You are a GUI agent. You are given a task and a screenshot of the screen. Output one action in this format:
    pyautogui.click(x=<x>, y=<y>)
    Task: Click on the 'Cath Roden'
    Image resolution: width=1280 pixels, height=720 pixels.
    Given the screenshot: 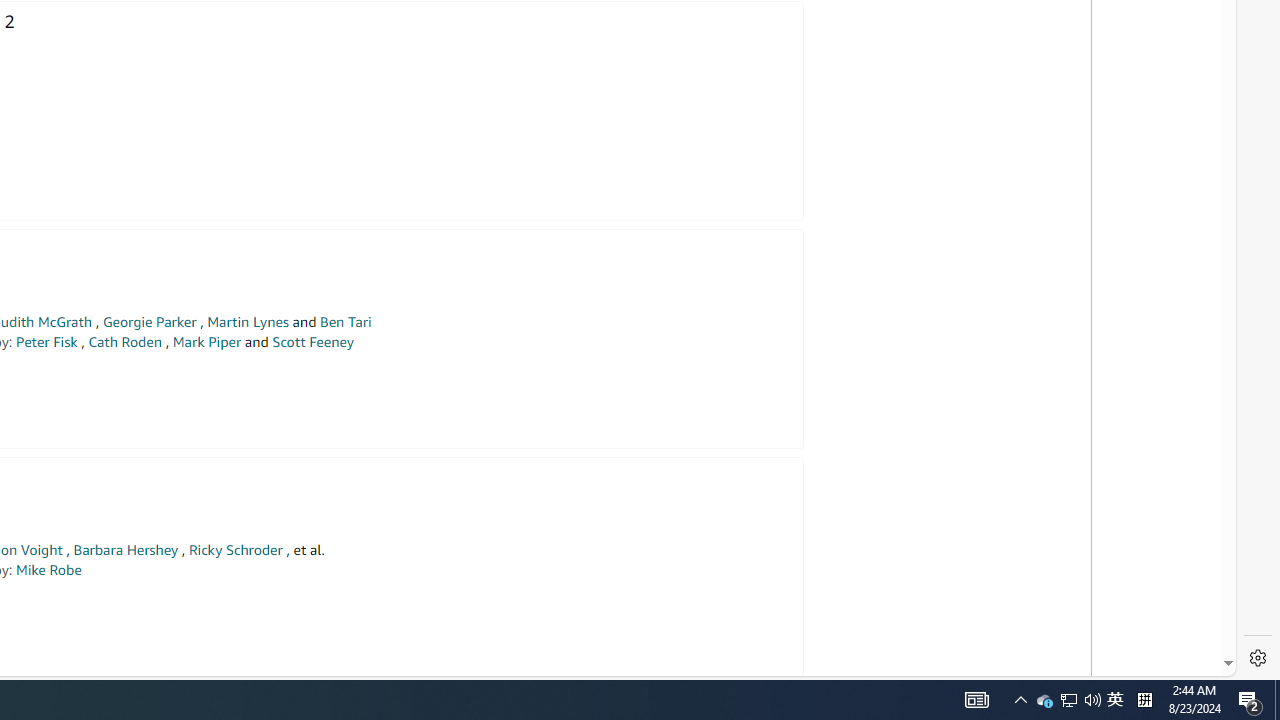 What is the action you would take?
    pyautogui.click(x=124, y=341)
    